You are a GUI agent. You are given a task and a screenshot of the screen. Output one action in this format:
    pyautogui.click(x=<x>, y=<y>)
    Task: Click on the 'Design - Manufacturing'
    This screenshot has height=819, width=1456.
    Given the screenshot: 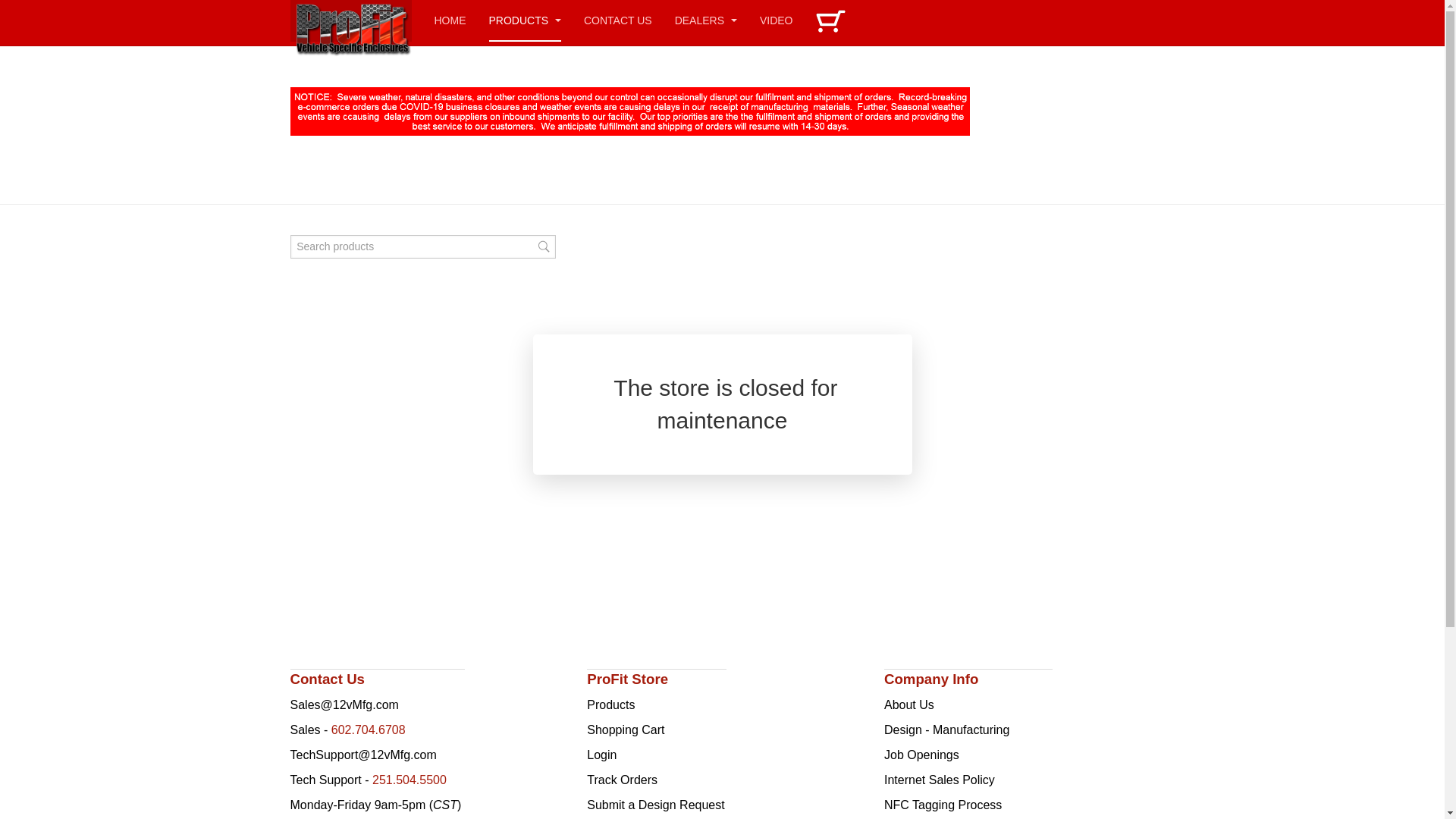 What is the action you would take?
    pyautogui.click(x=884, y=729)
    